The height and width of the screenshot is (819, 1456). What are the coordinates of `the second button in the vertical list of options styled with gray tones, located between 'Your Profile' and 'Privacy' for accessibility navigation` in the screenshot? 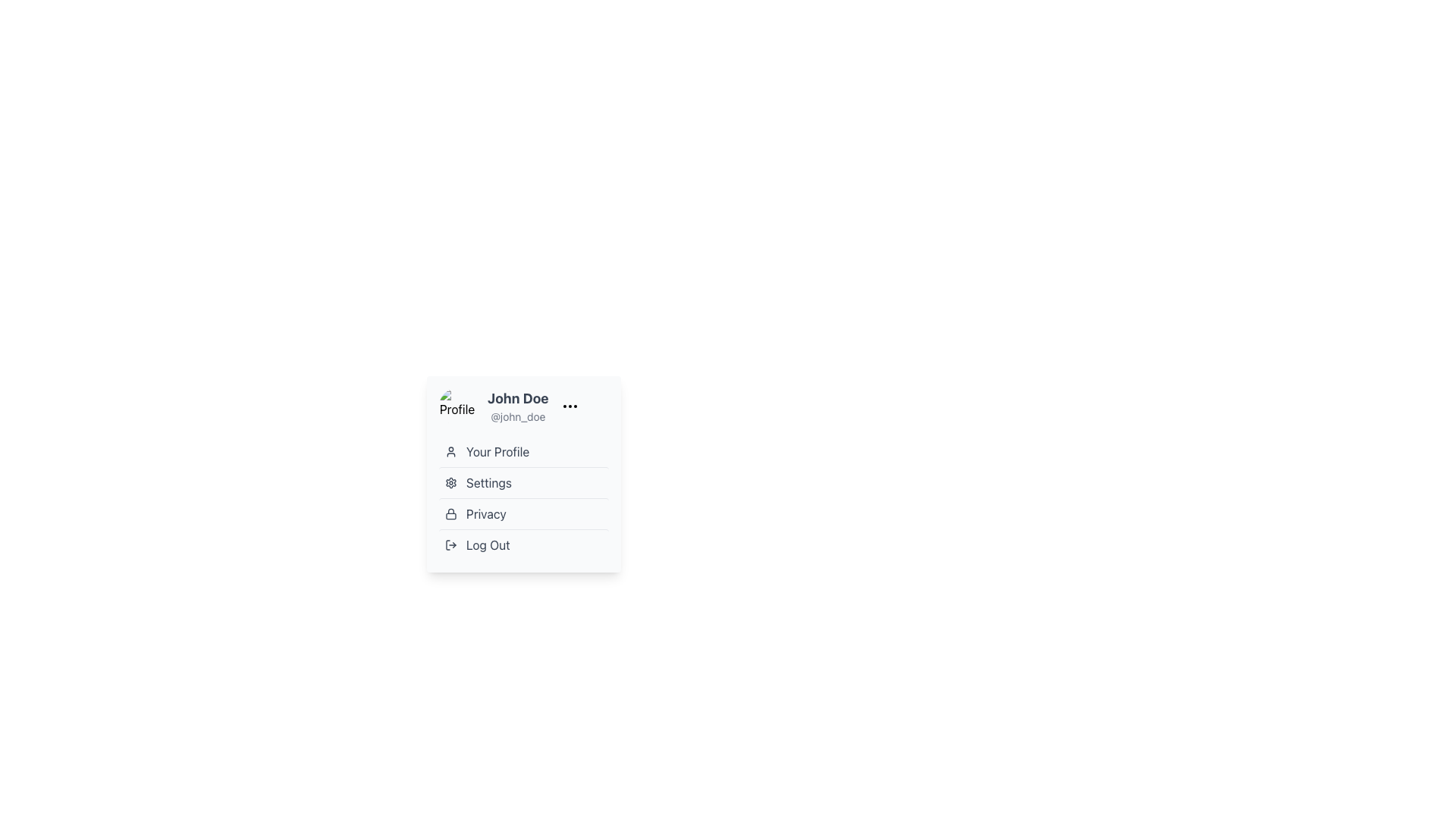 It's located at (524, 497).